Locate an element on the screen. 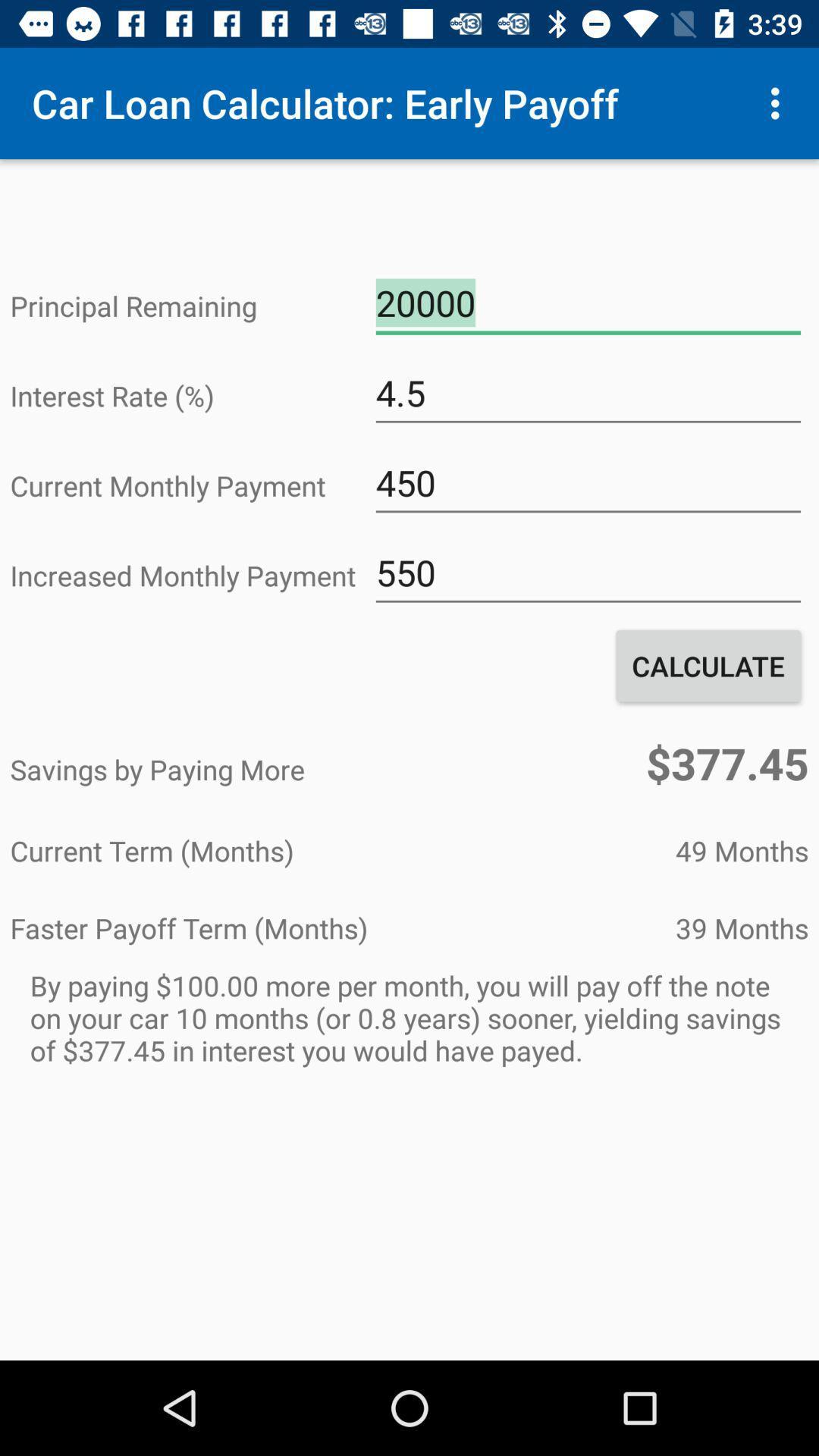  the item to the right of car loan calculator item is located at coordinates (779, 102).